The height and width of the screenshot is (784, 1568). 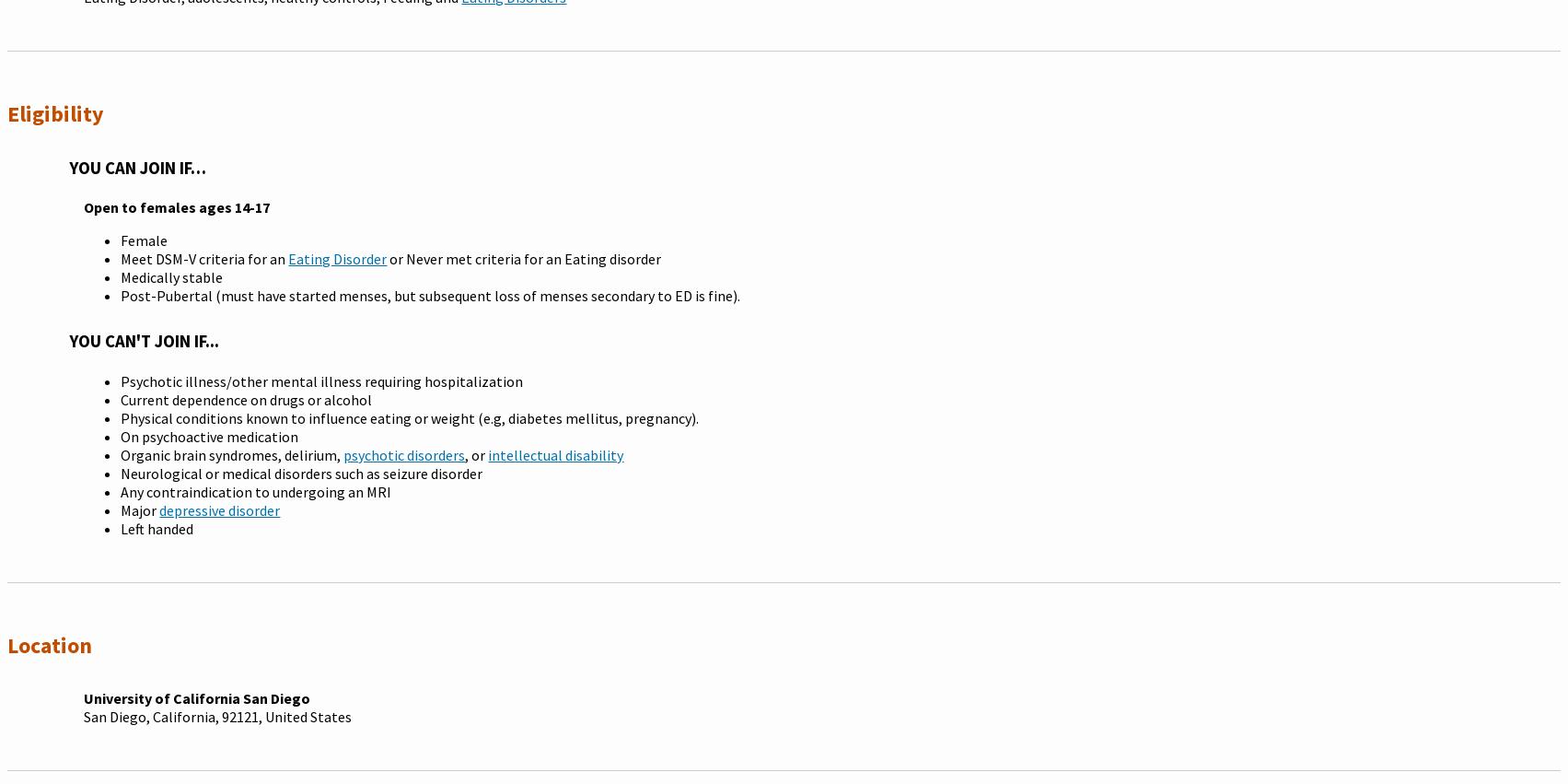 I want to click on 'San Diego', so click(x=83, y=714).